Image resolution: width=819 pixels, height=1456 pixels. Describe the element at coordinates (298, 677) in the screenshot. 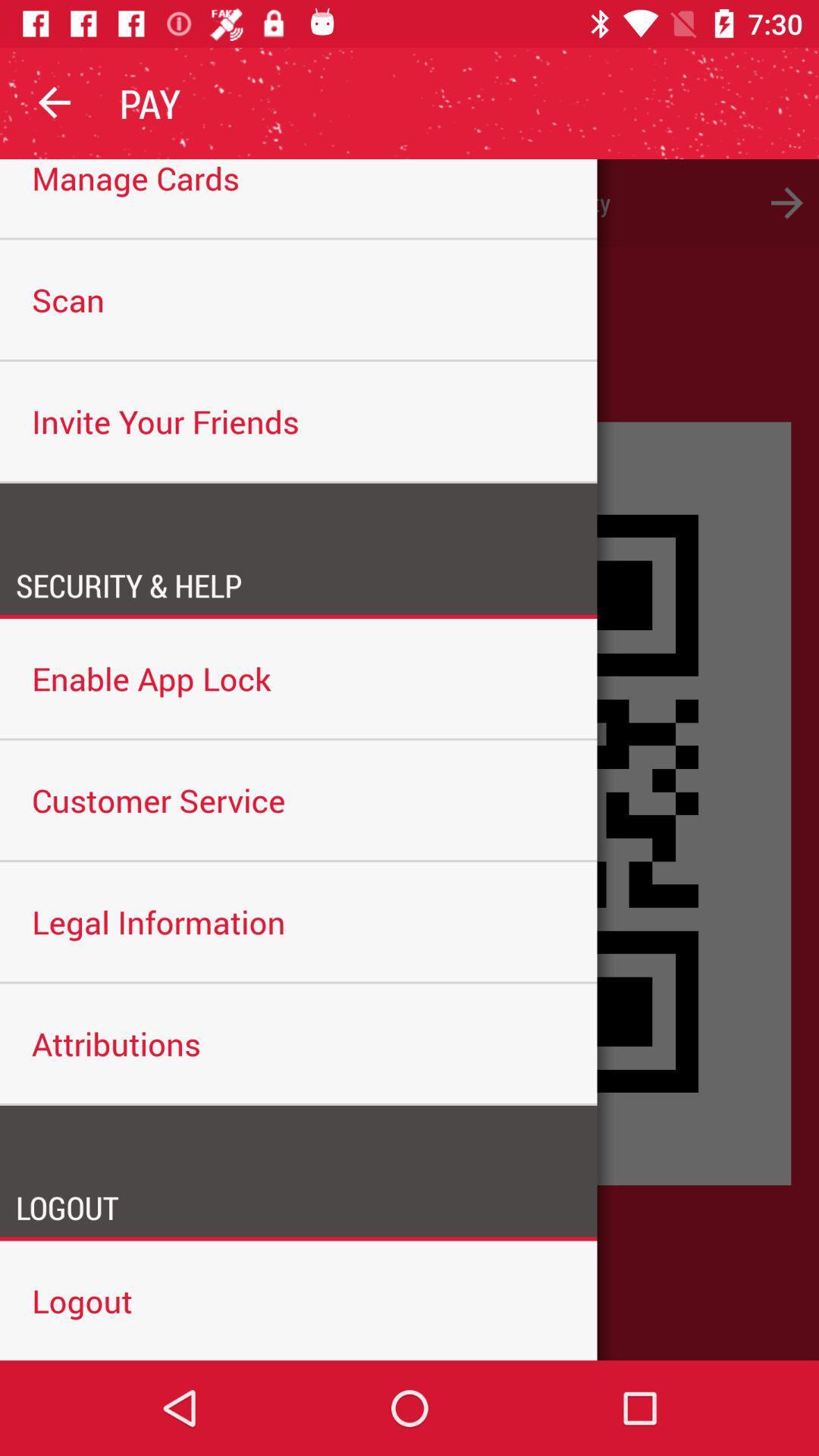

I see `the enable app lock icon` at that location.